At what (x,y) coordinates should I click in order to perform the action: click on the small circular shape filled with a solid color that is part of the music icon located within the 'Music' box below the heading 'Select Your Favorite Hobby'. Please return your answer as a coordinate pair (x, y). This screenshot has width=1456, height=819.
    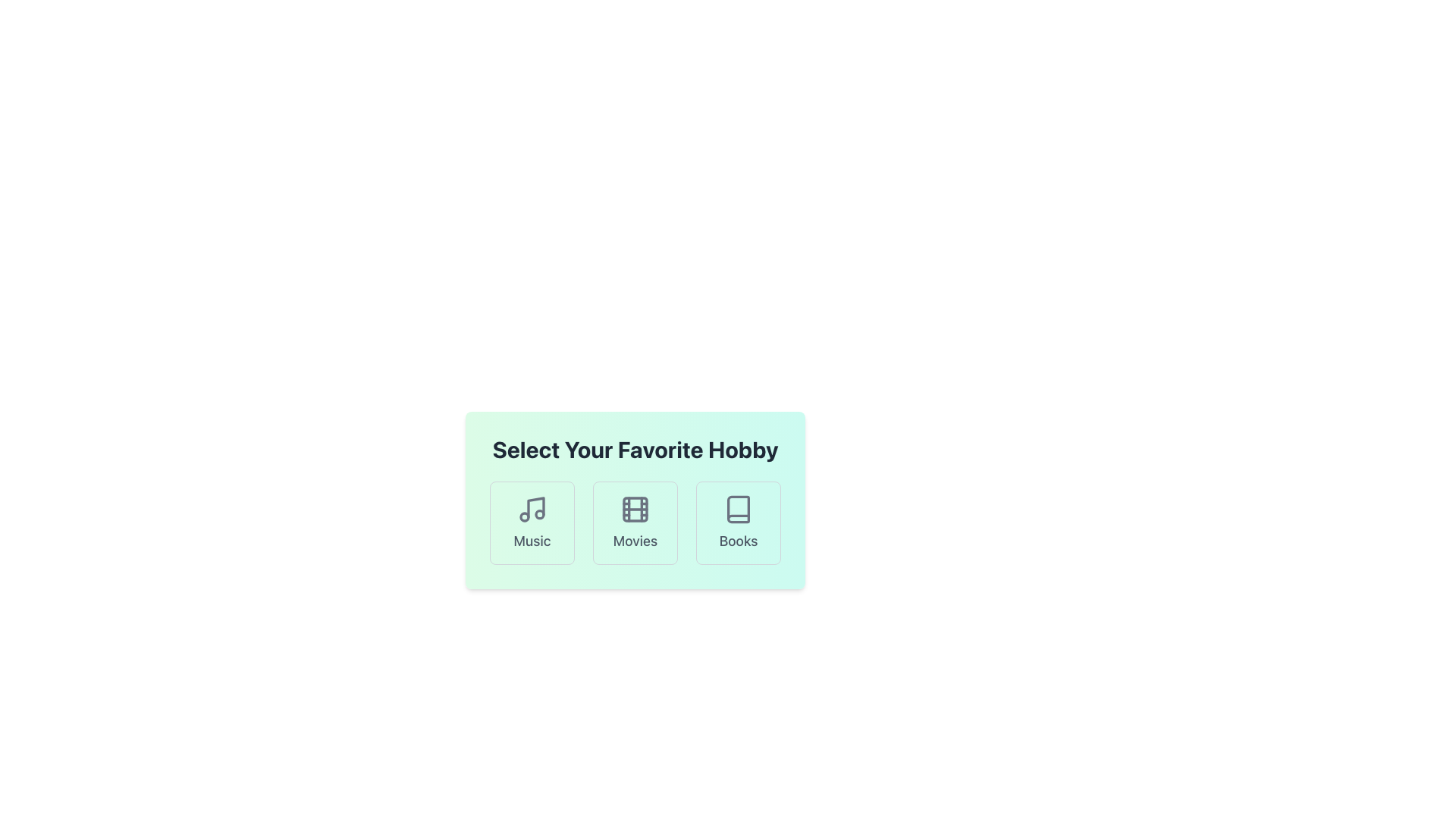
    Looking at the image, I should click on (539, 513).